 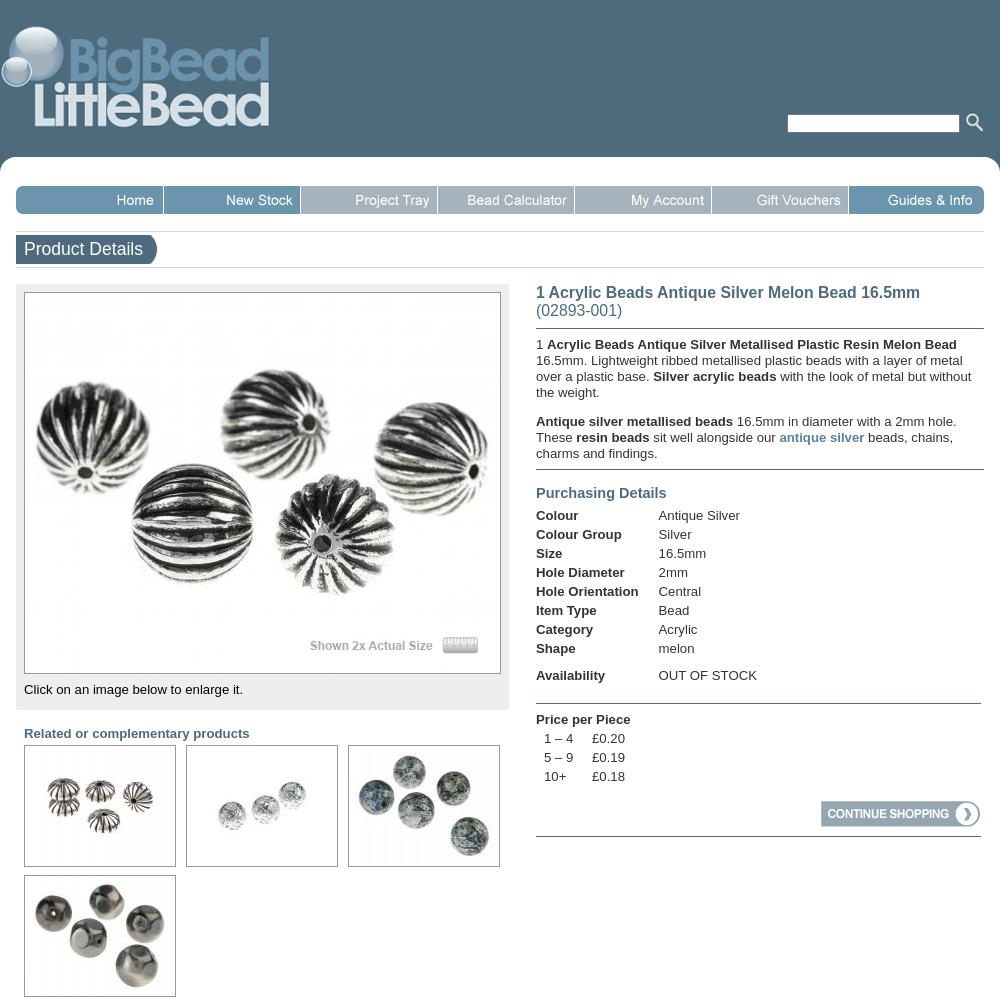 I want to click on '1 Acrylic Beads Antique Silver Melon Bead 16.5mm', so click(x=536, y=292).